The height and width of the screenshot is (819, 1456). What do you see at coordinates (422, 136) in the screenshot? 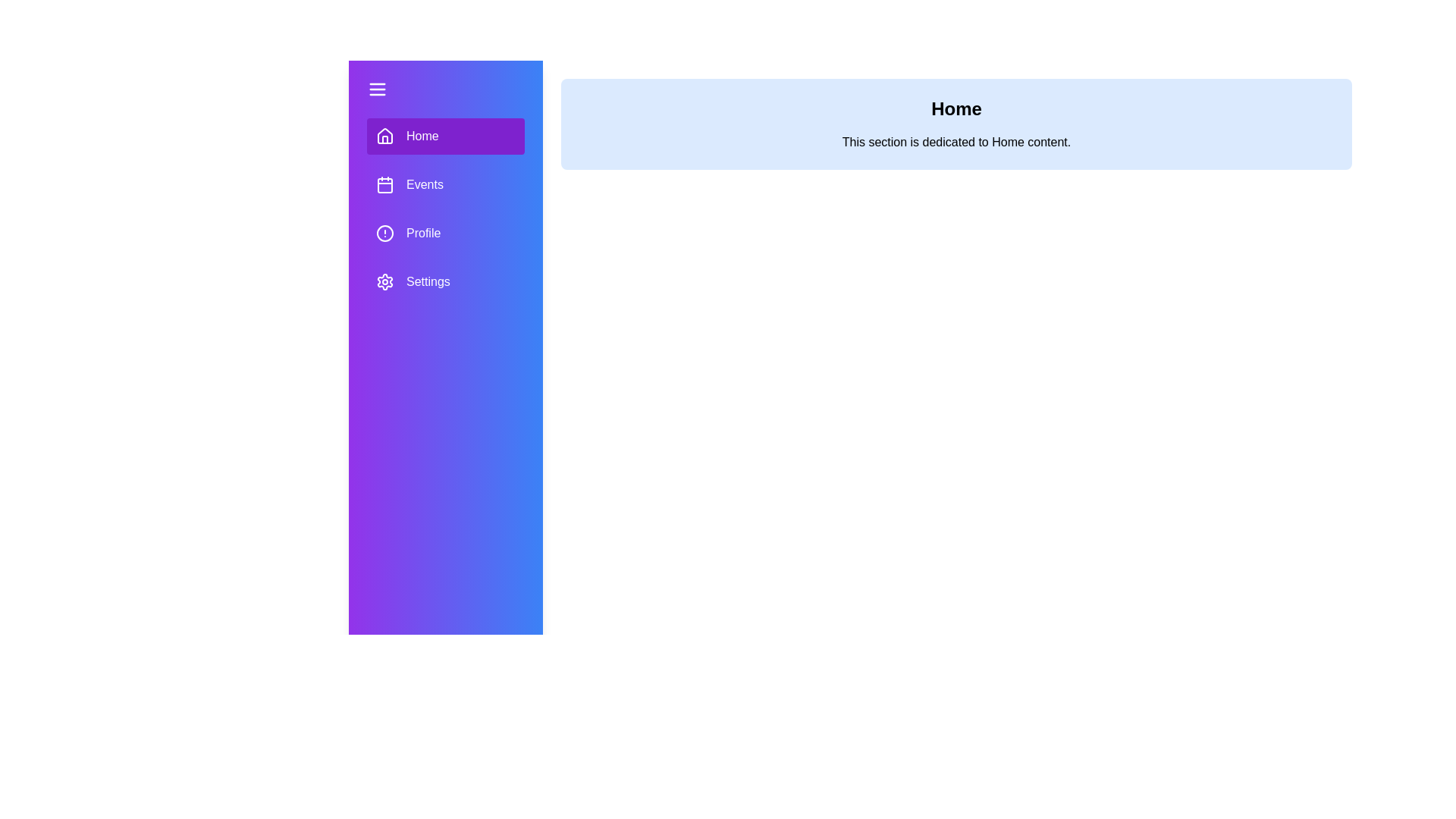
I see `the 'Home' text label in the vertical navigation panel, which indicates navigation to the home section of the application` at bounding box center [422, 136].